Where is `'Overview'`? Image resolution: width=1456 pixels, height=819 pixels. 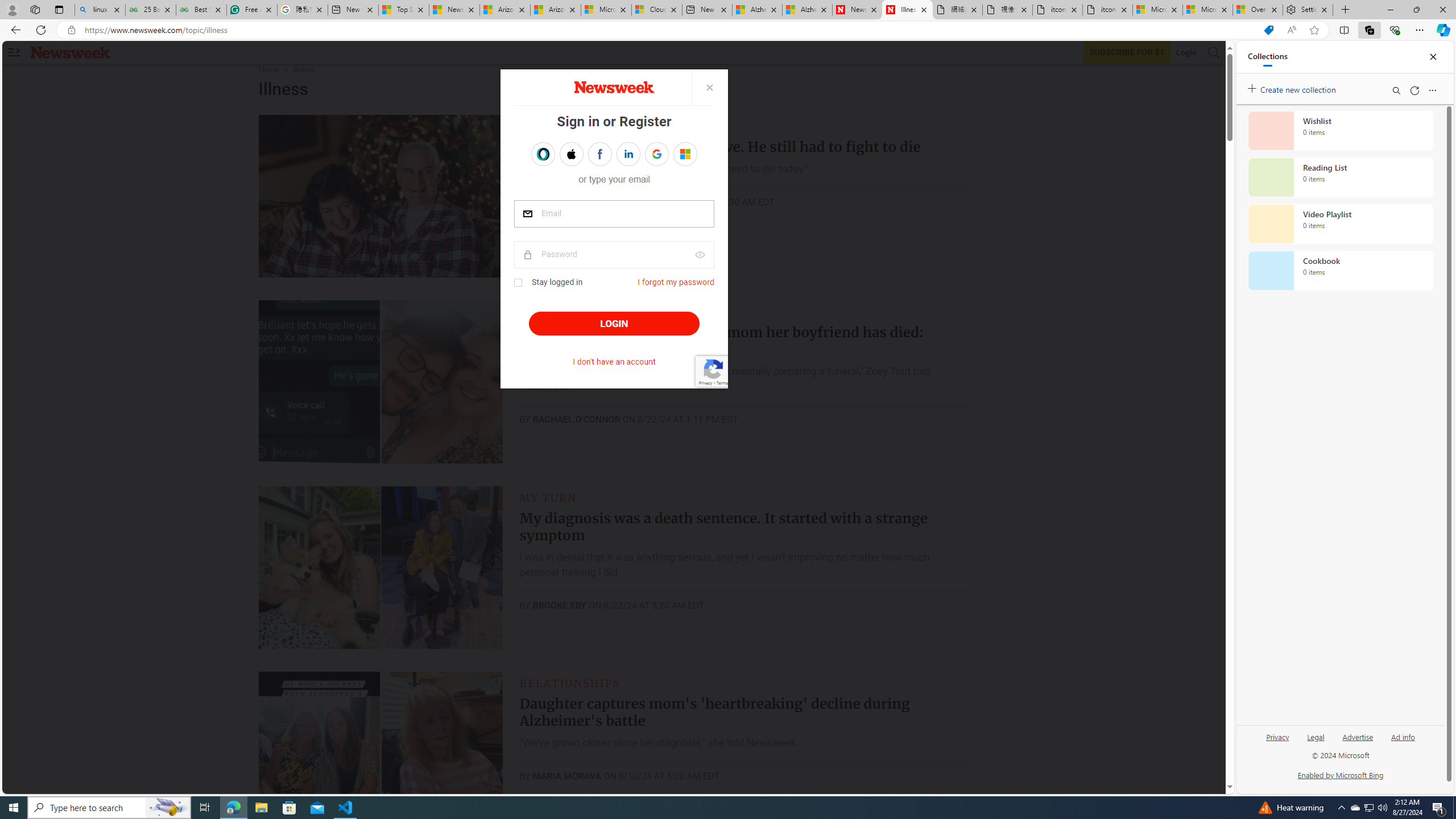
'Overview' is located at coordinates (1256, 9).